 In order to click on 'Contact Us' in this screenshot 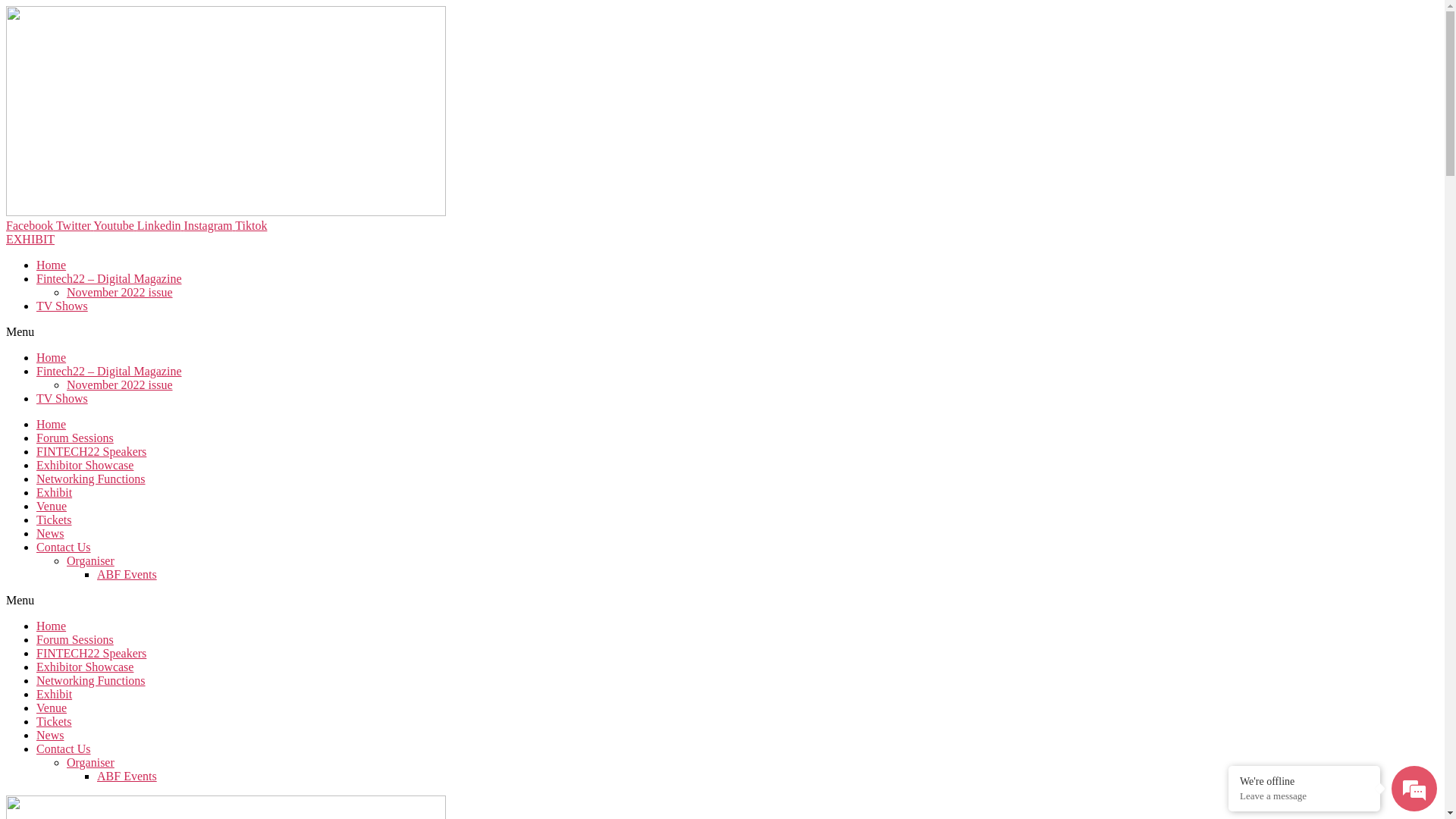, I will do `click(62, 547)`.